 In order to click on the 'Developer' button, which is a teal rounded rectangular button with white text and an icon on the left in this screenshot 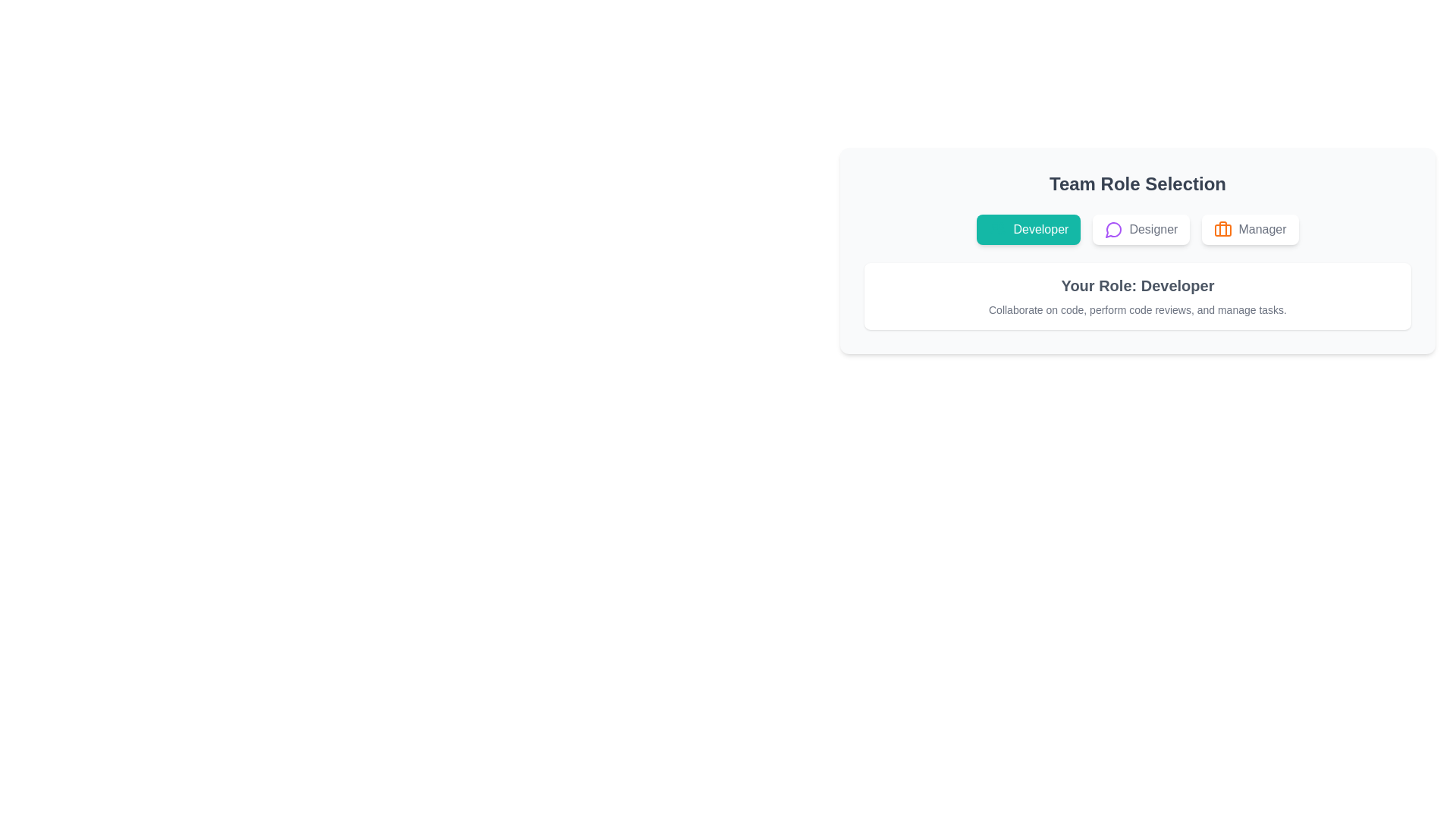, I will do `click(1028, 230)`.